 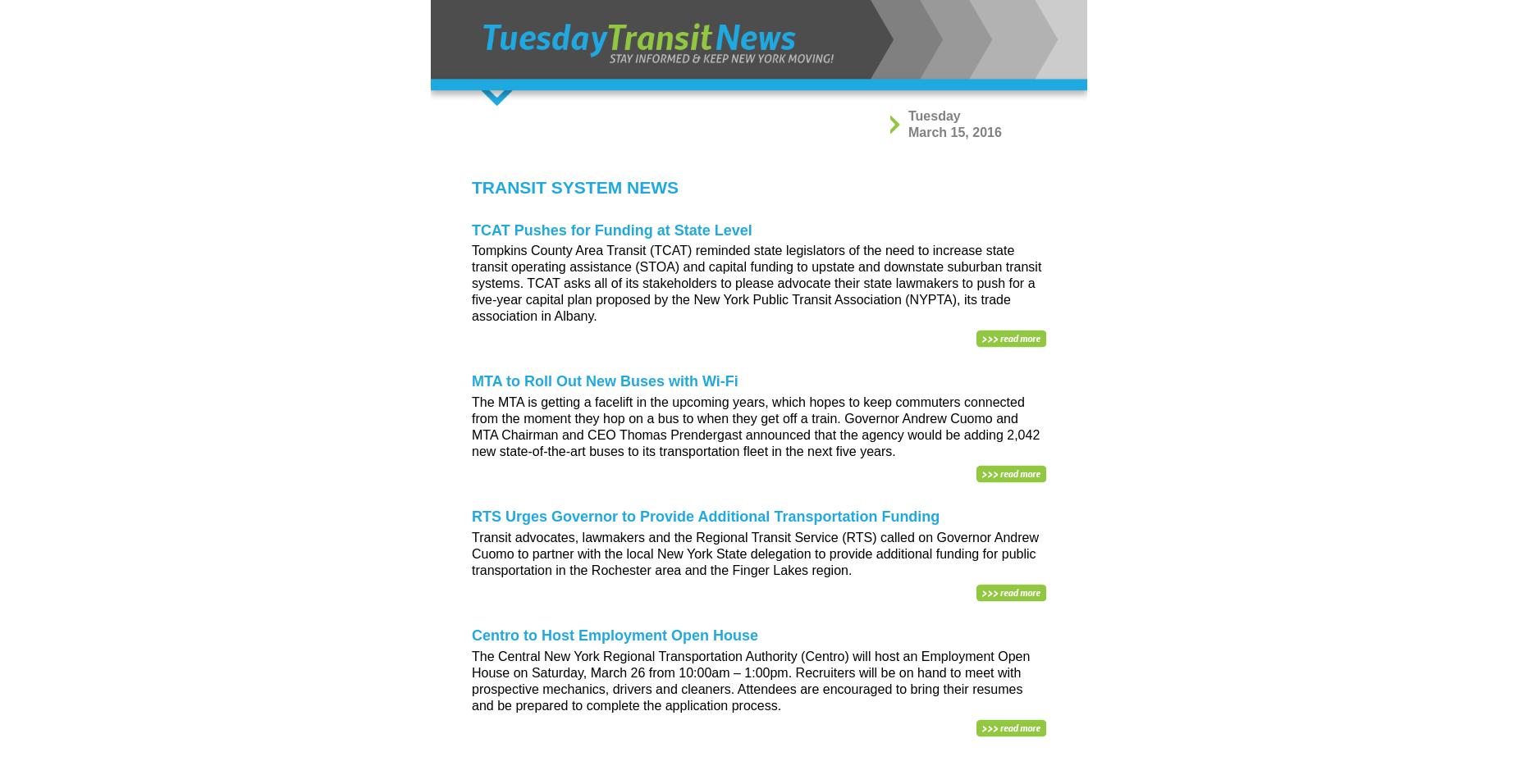 I want to click on 'Tuesday', so click(x=933, y=115).